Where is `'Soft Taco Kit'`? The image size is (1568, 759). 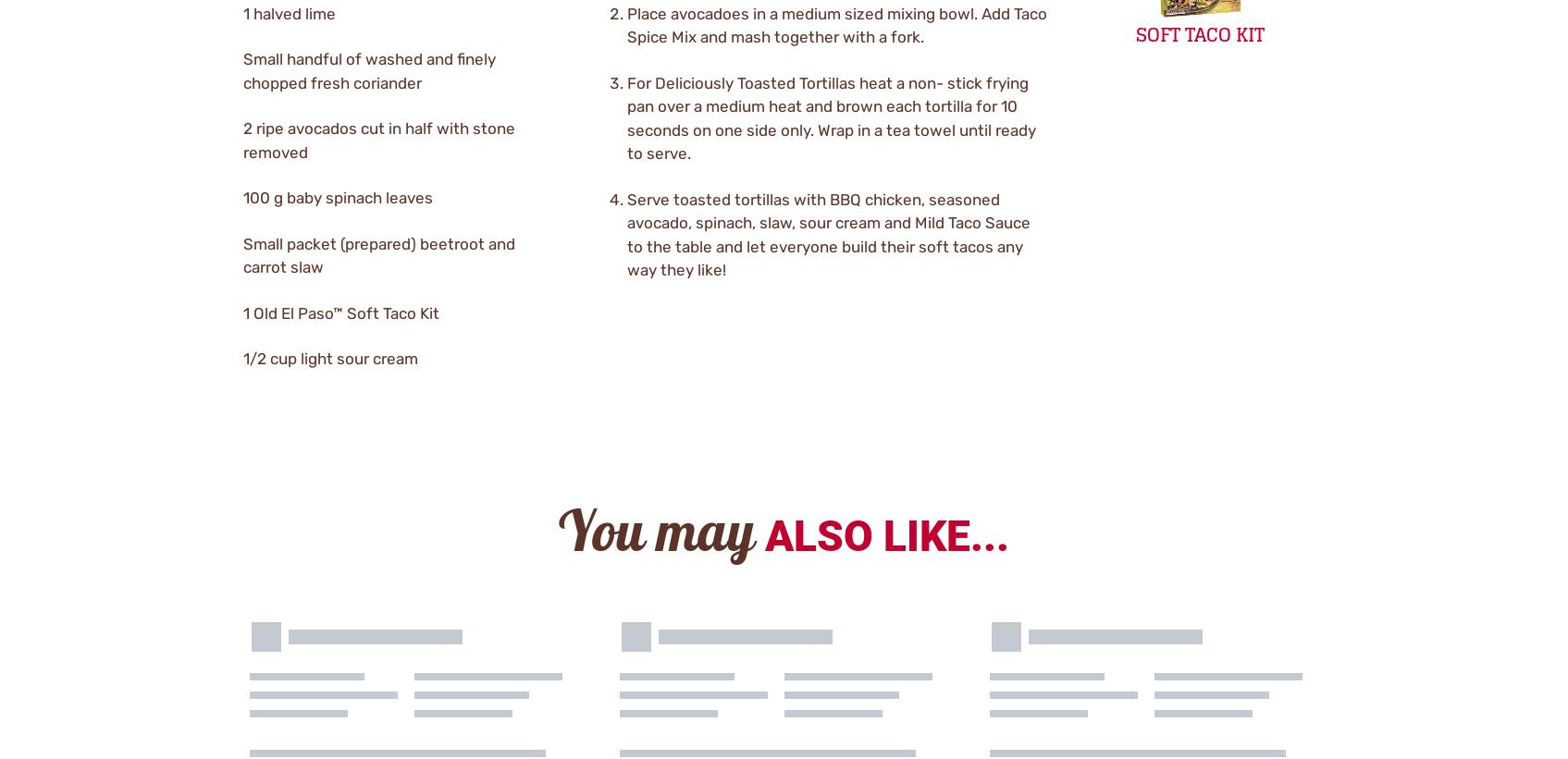
'Soft Taco Kit' is located at coordinates (1199, 34).